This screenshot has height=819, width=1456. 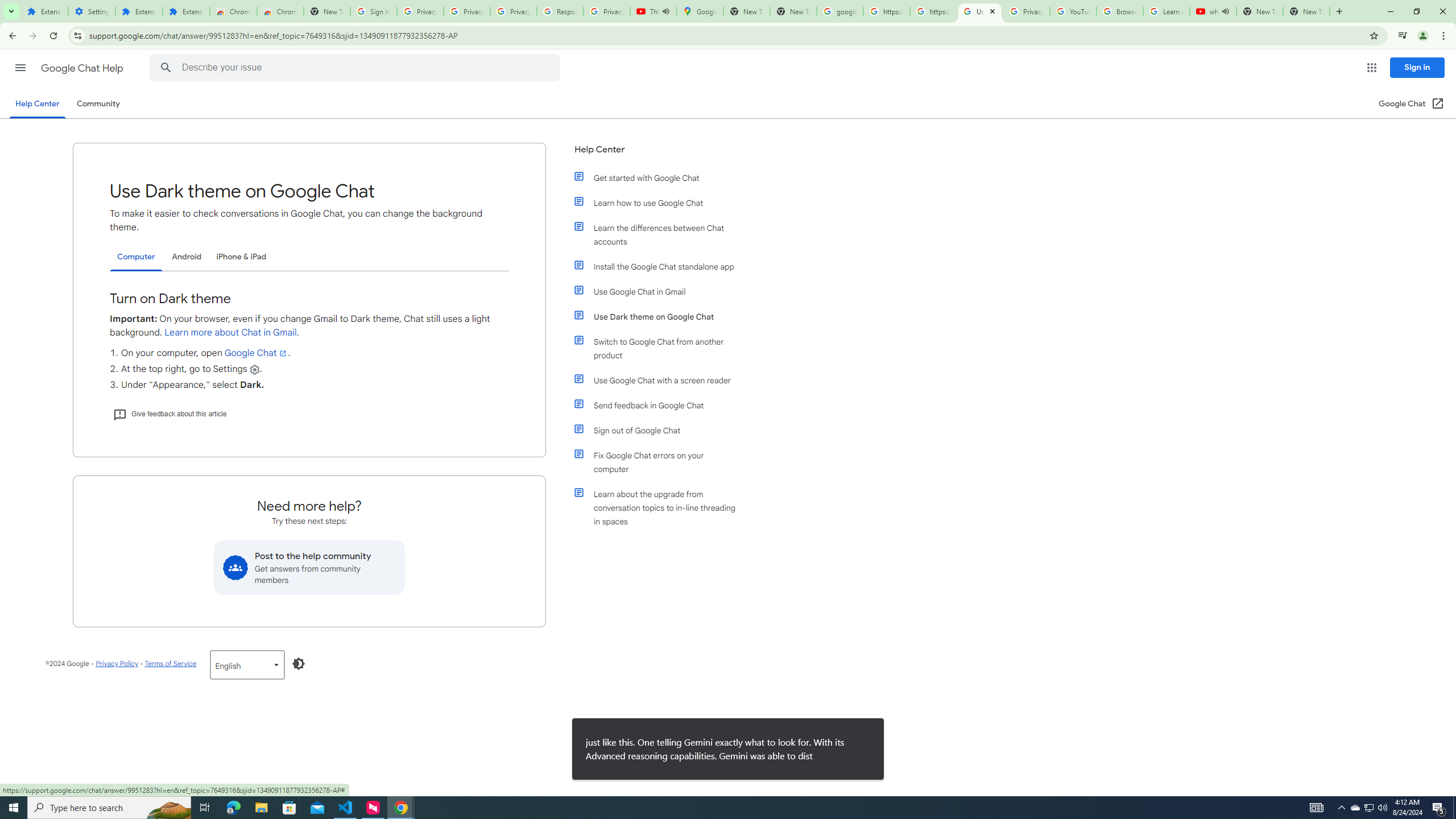 I want to click on 'Learn how to use Google Chat', so click(x=661, y=202).